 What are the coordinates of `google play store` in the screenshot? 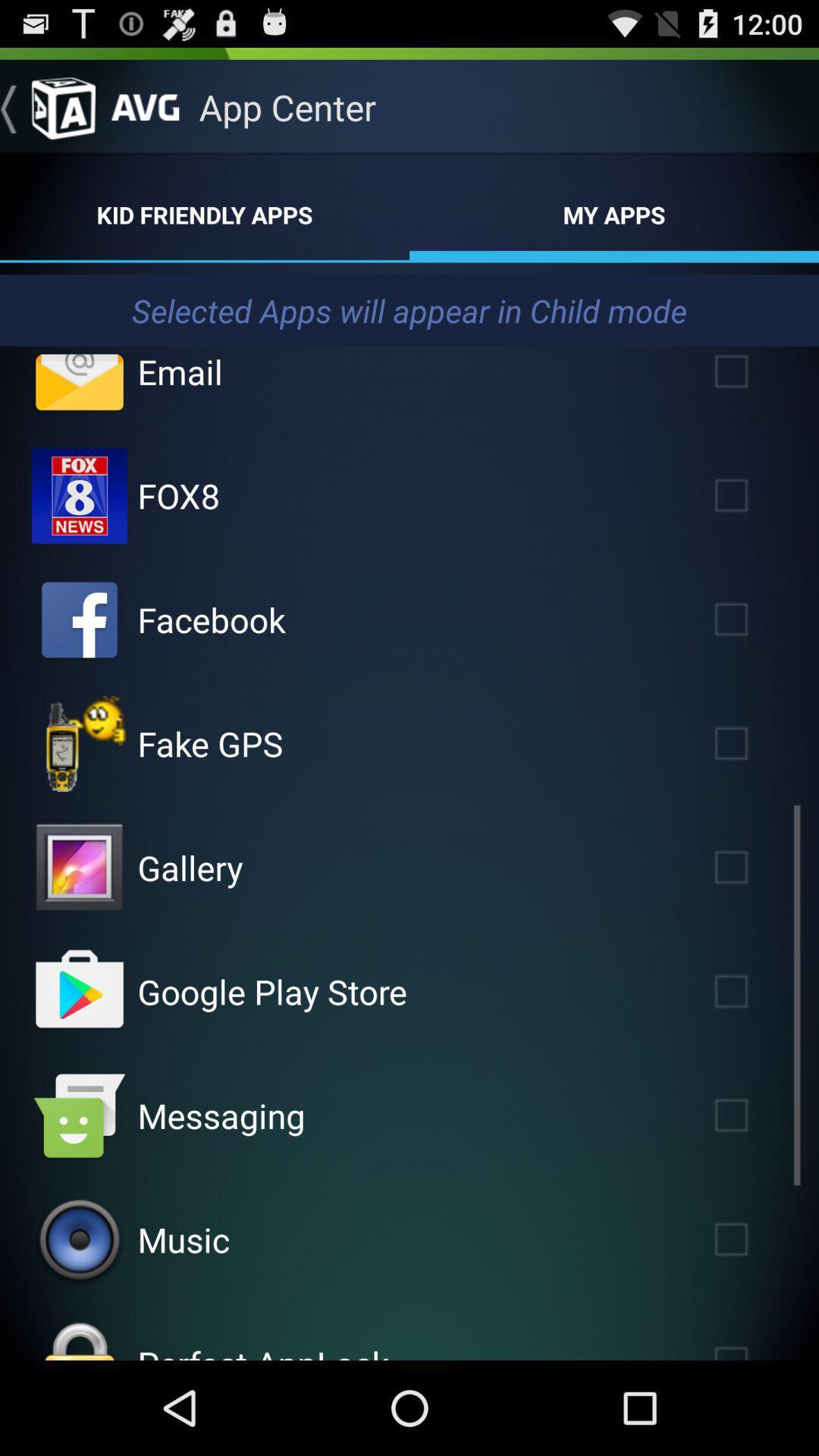 It's located at (753, 991).